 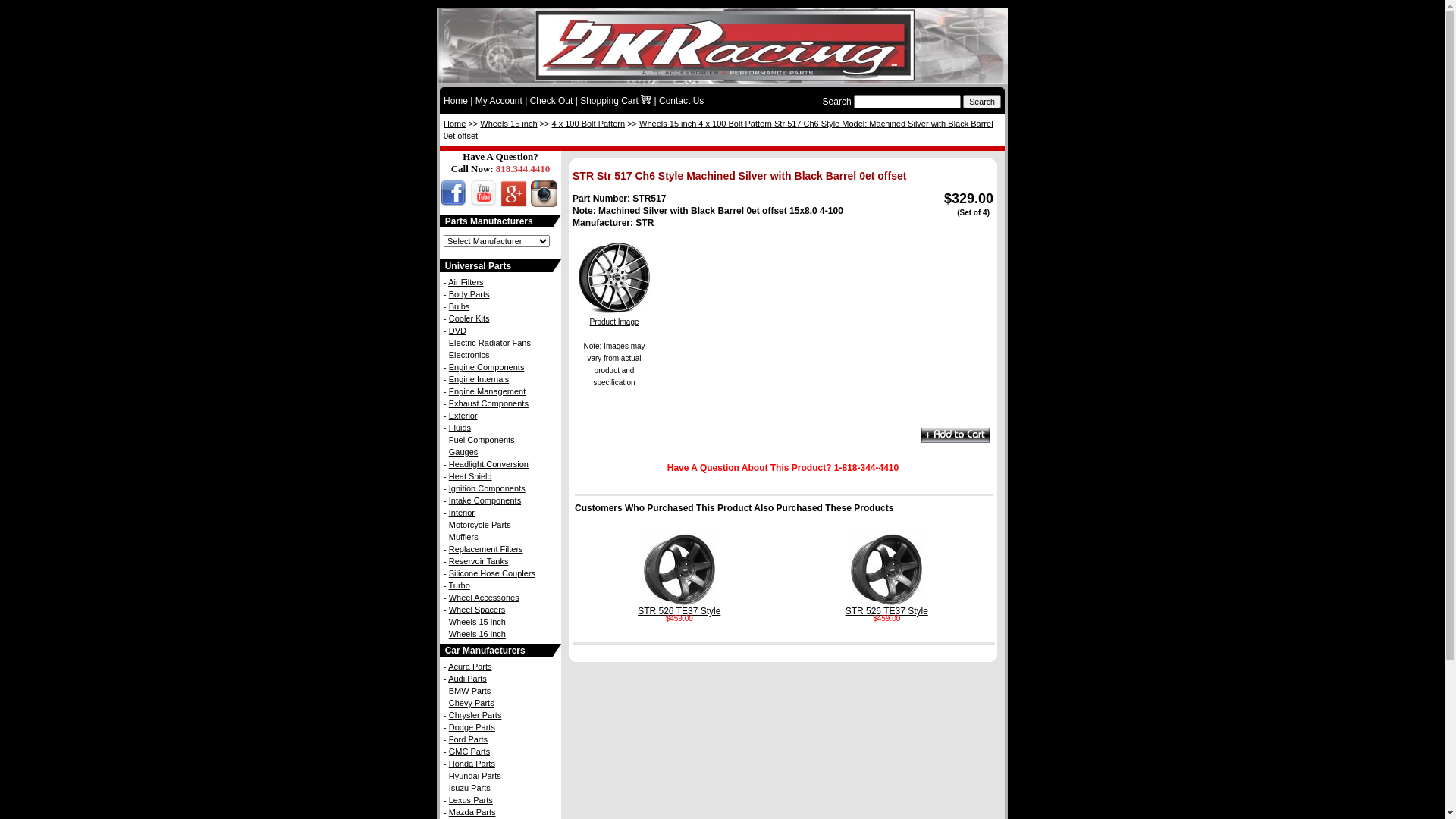 What do you see at coordinates (487, 366) in the screenshot?
I see `'Engine Components'` at bounding box center [487, 366].